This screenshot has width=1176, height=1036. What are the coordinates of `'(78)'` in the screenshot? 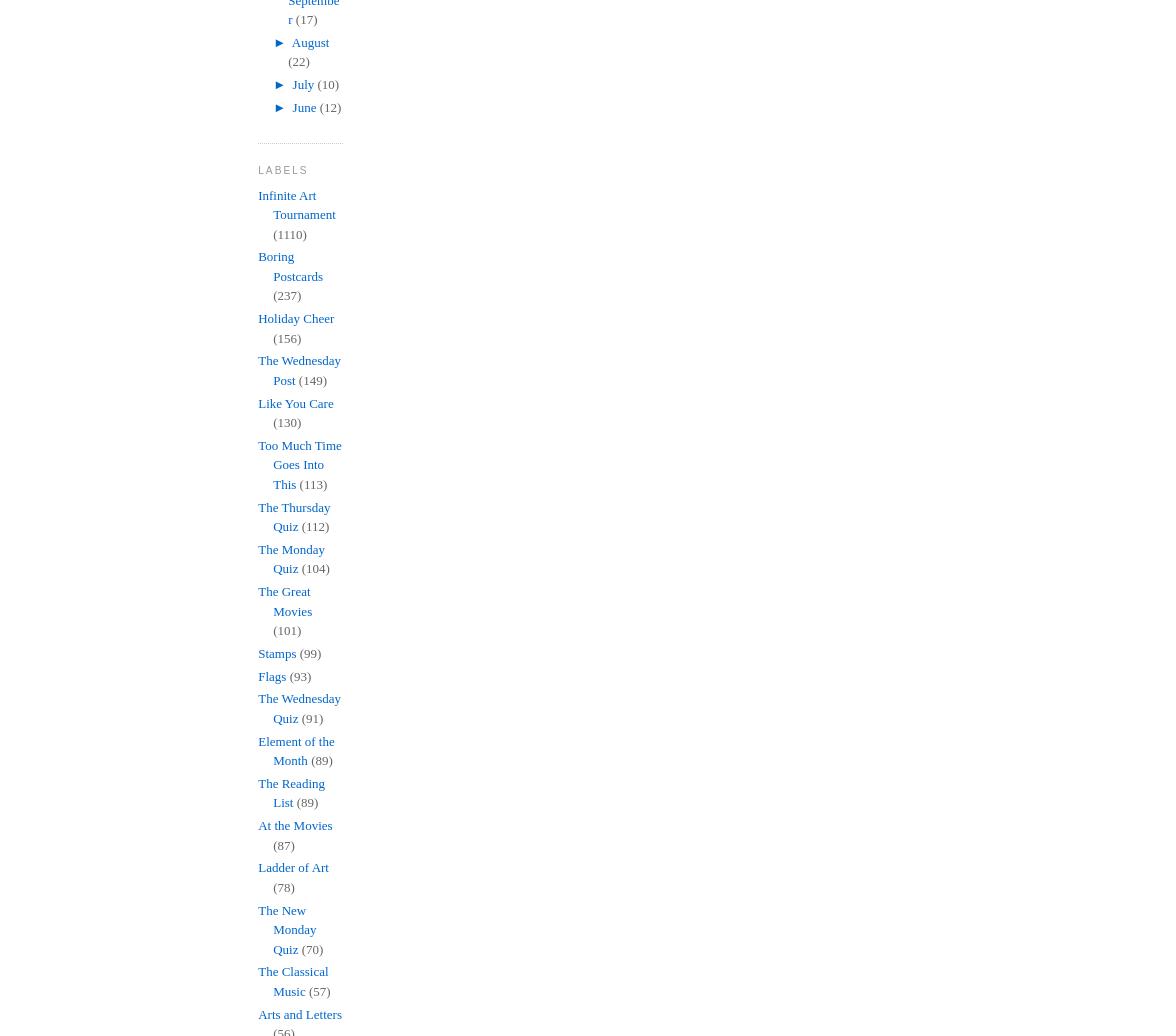 It's located at (272, 886).